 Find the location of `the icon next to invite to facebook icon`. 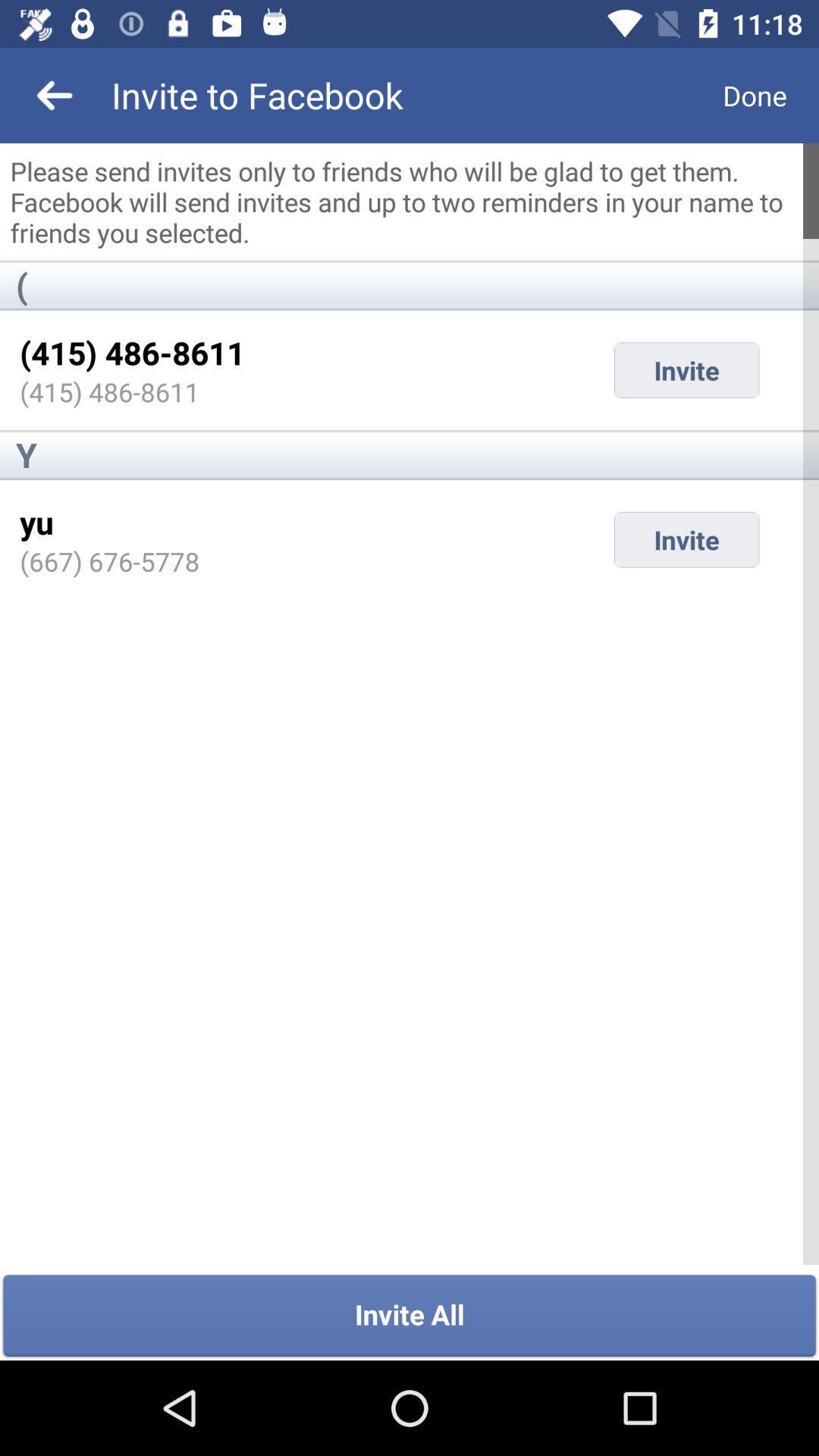

the icon next to invite to facebook icon is located at coordinates (755, 94).